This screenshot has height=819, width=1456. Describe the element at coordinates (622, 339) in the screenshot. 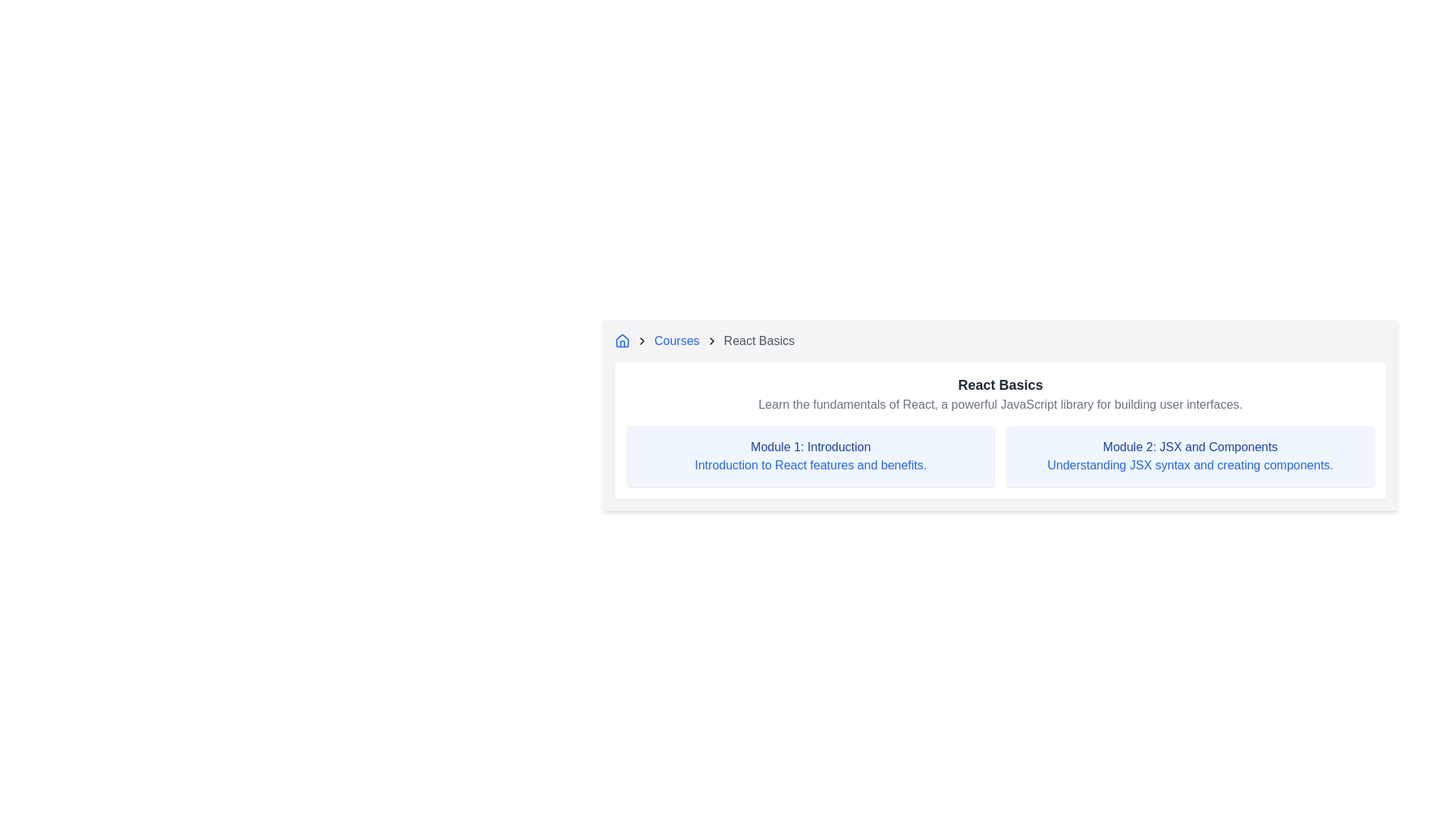

I see `the larger roof-like graphical component of the house icon, which is part of the breadcrumb navigation at the top-left corner of the interface, adjacent to the text 'Courses'` at that location.